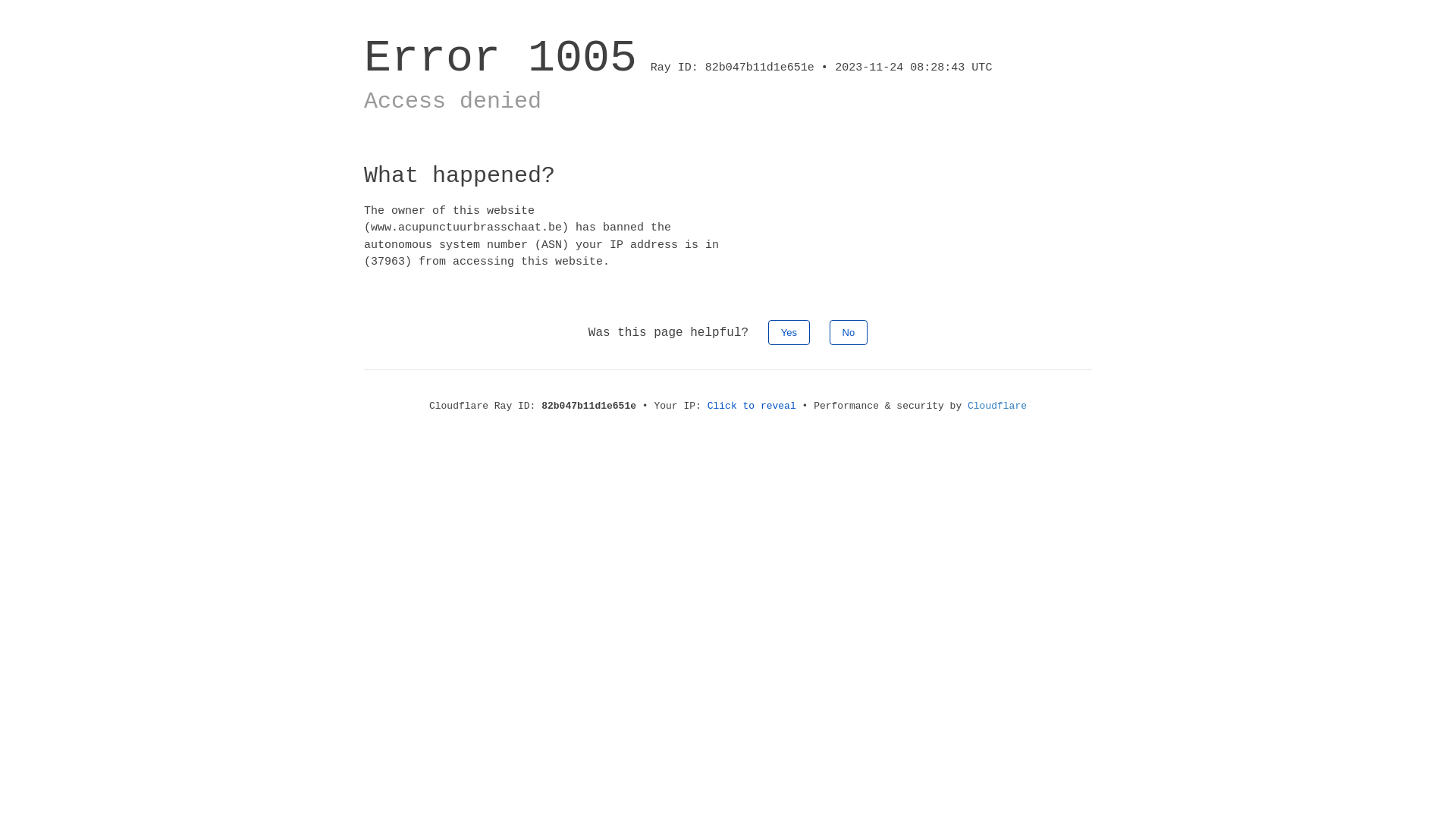 The height and width of the screenshot is (819, 1456). Describe the element at coordinates (767, 331) in the screenshot. I see `'Yes'` at that location.